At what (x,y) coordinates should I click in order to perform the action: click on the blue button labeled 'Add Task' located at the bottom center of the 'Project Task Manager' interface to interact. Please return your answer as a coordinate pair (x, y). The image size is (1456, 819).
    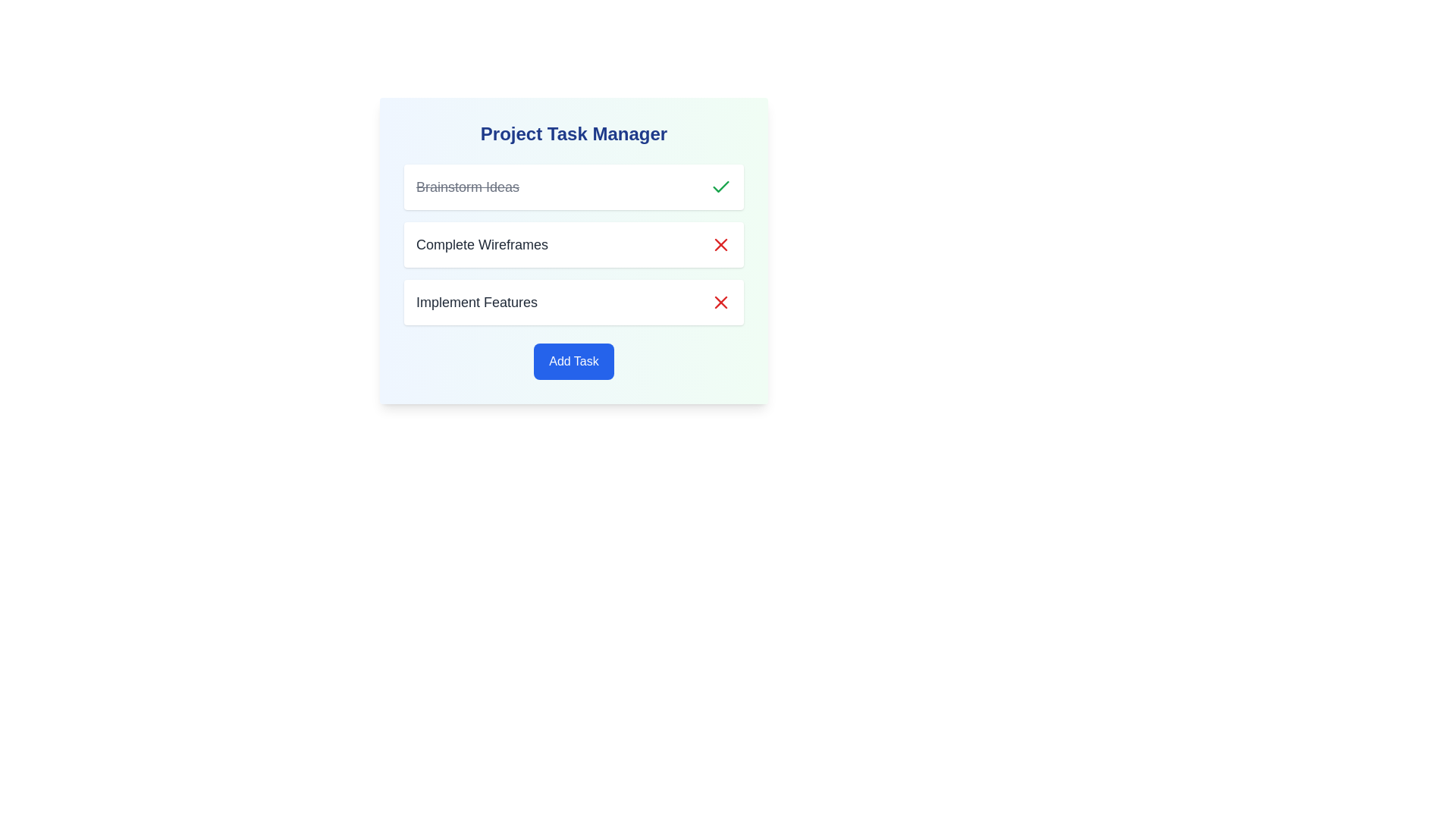
    Looking at the image, I should click on (573, 362).